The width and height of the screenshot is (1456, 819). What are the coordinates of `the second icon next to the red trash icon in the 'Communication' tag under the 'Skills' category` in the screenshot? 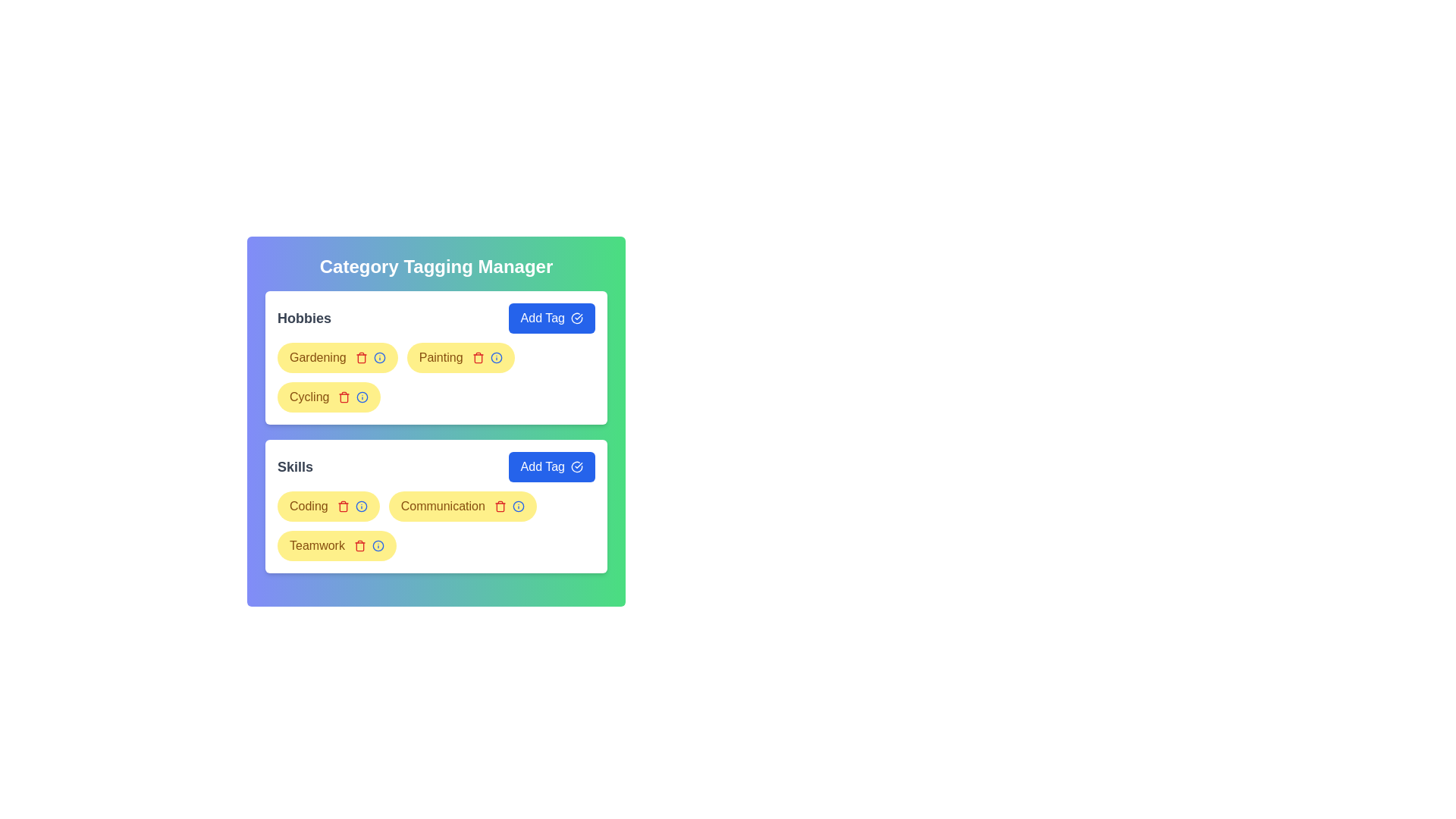 It's located at (518, 506).